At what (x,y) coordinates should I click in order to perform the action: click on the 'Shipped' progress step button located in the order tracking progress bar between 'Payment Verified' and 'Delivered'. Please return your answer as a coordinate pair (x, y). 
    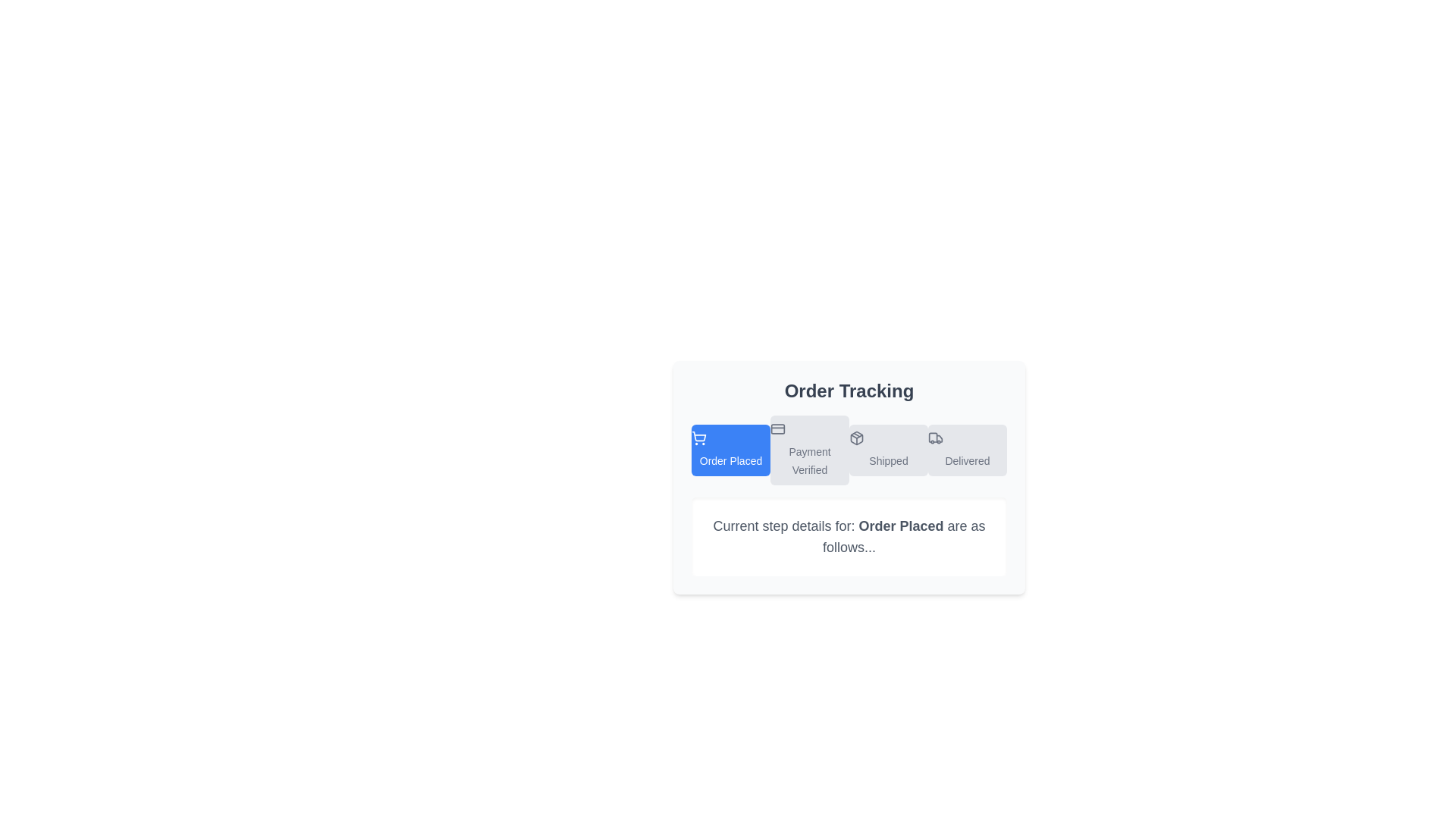
    Looking at the image, I should click on (888, 450).